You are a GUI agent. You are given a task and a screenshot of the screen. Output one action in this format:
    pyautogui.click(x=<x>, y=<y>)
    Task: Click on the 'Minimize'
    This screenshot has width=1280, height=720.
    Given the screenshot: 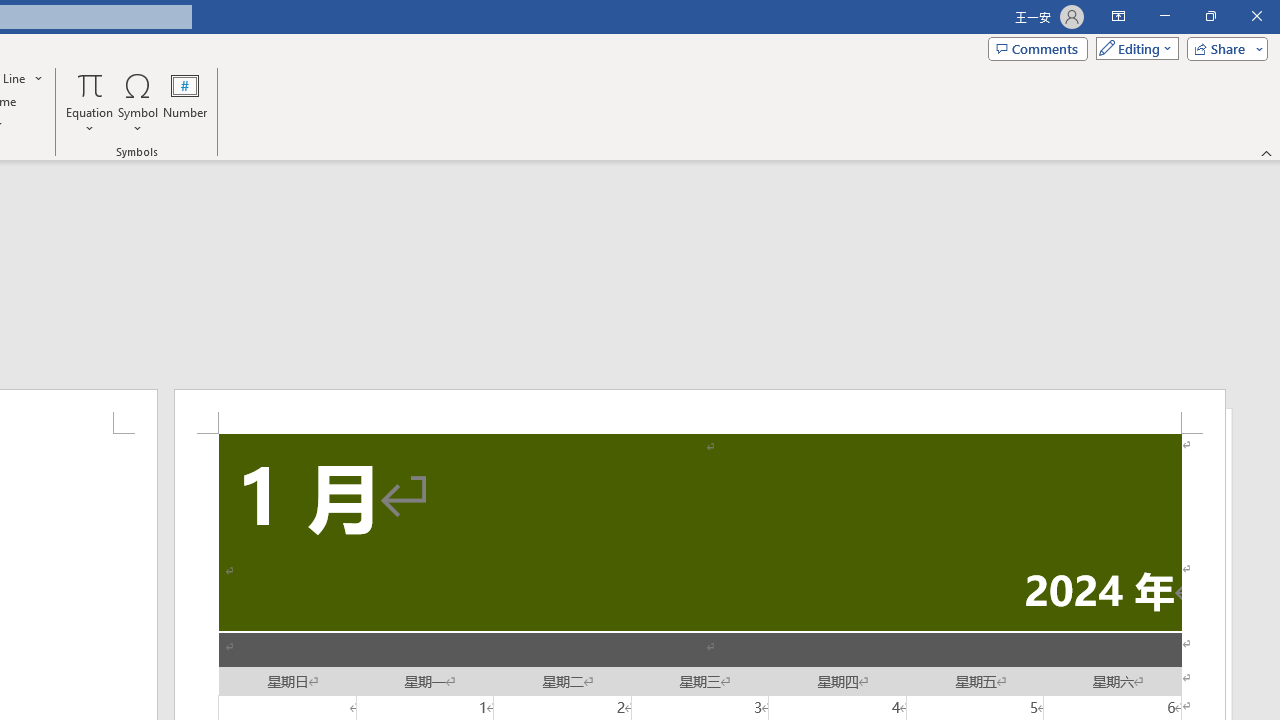 What is the action you would take?
    pyautogui.click(x=1164, y=16)
    